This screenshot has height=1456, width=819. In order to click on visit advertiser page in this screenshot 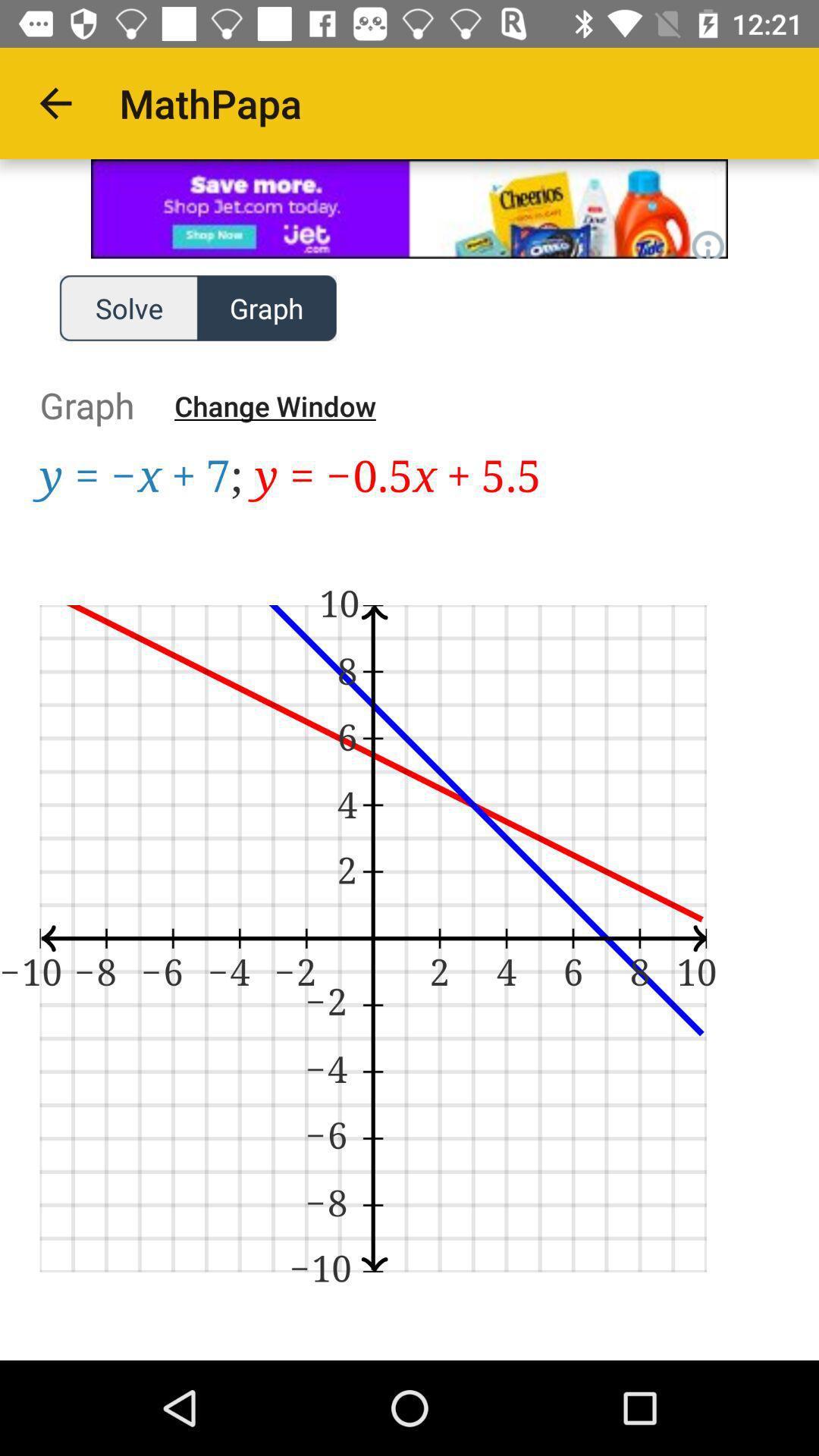, I will do `click(409, 208)`.